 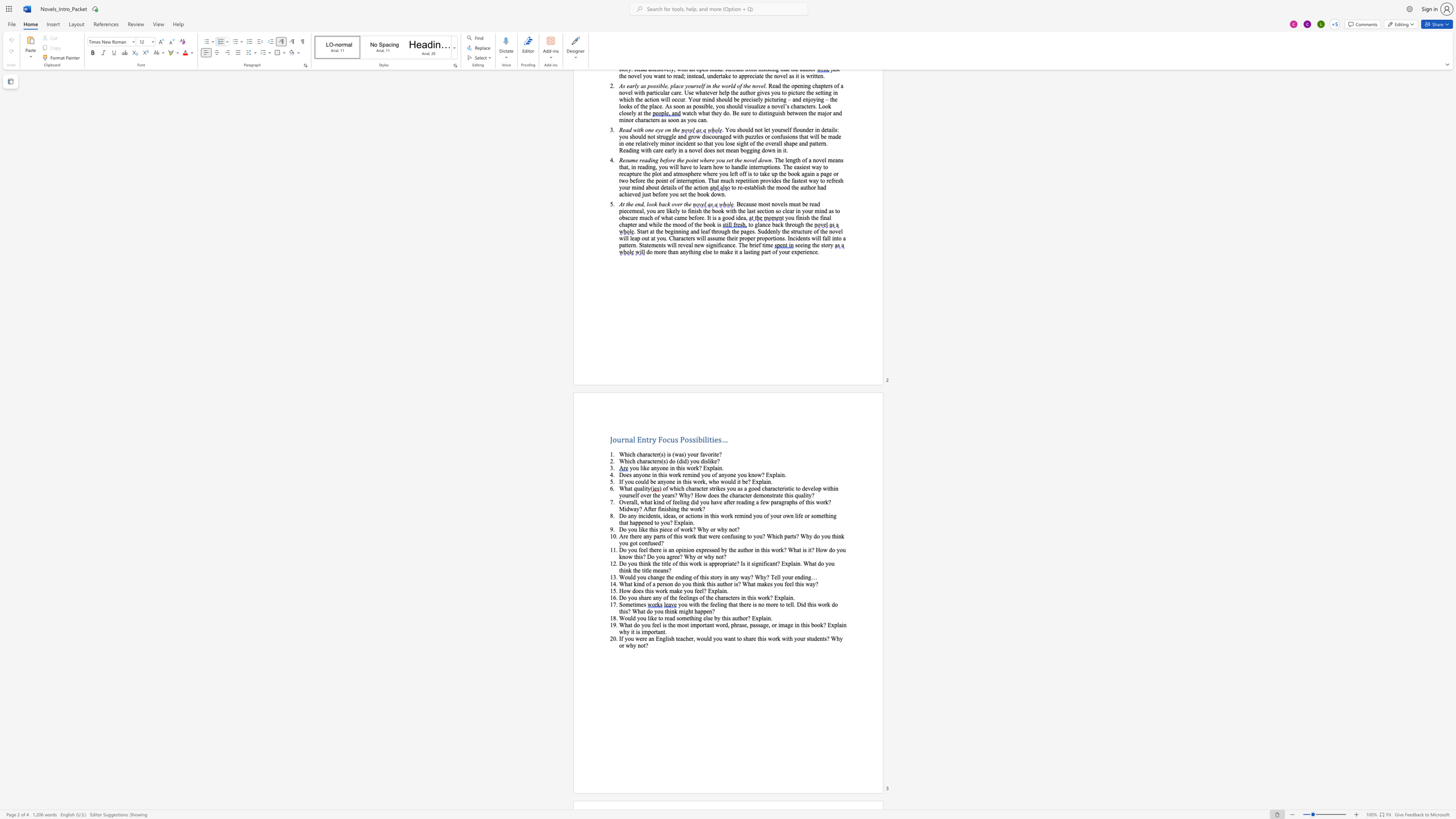 What do you see at coordinates (718, 617) in the screenshot?
I see `the 2th character "y" in the text` at bounding box center [718, 617].